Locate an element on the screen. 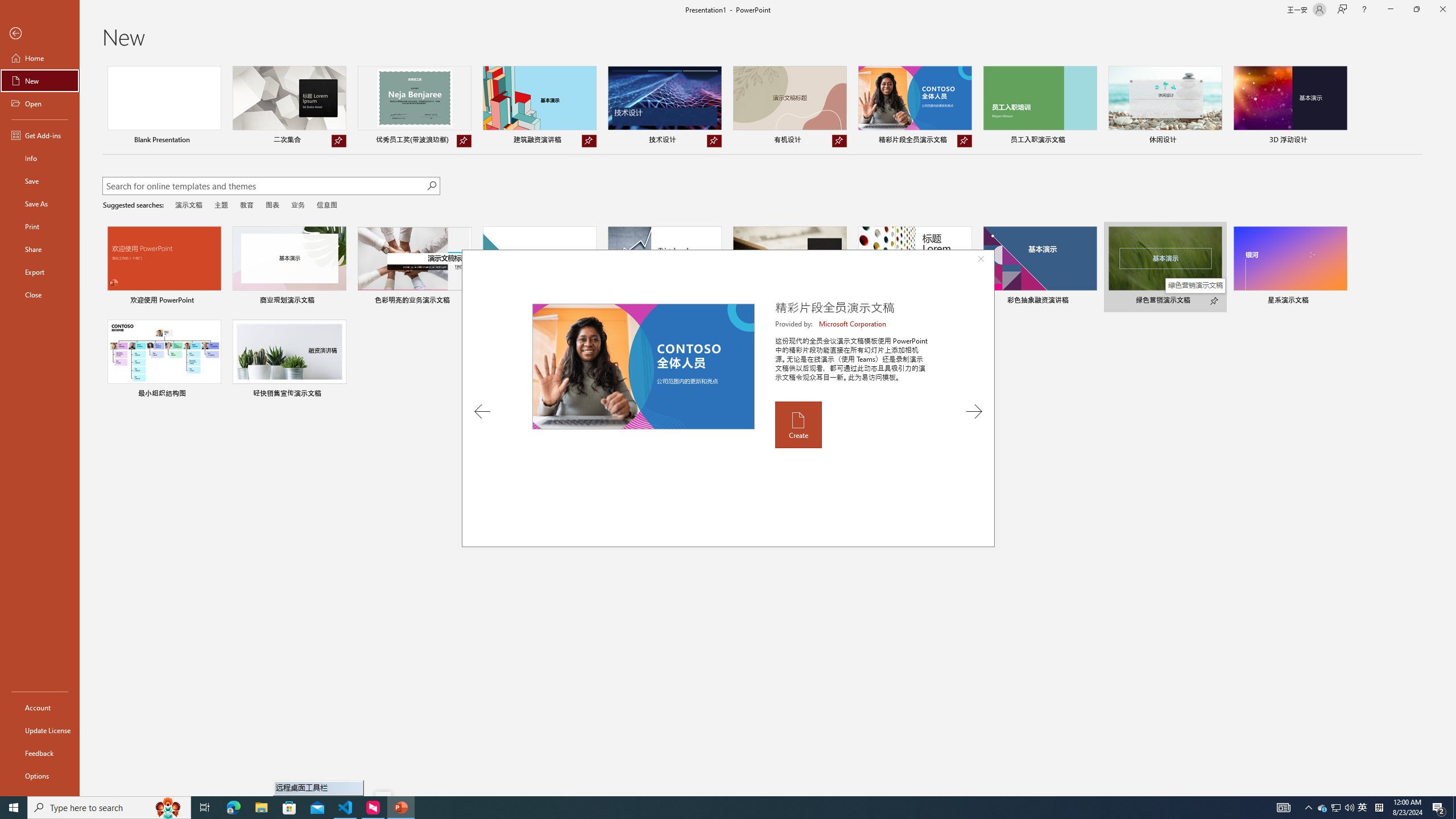  'Export' is located at coordinates (39, 272).